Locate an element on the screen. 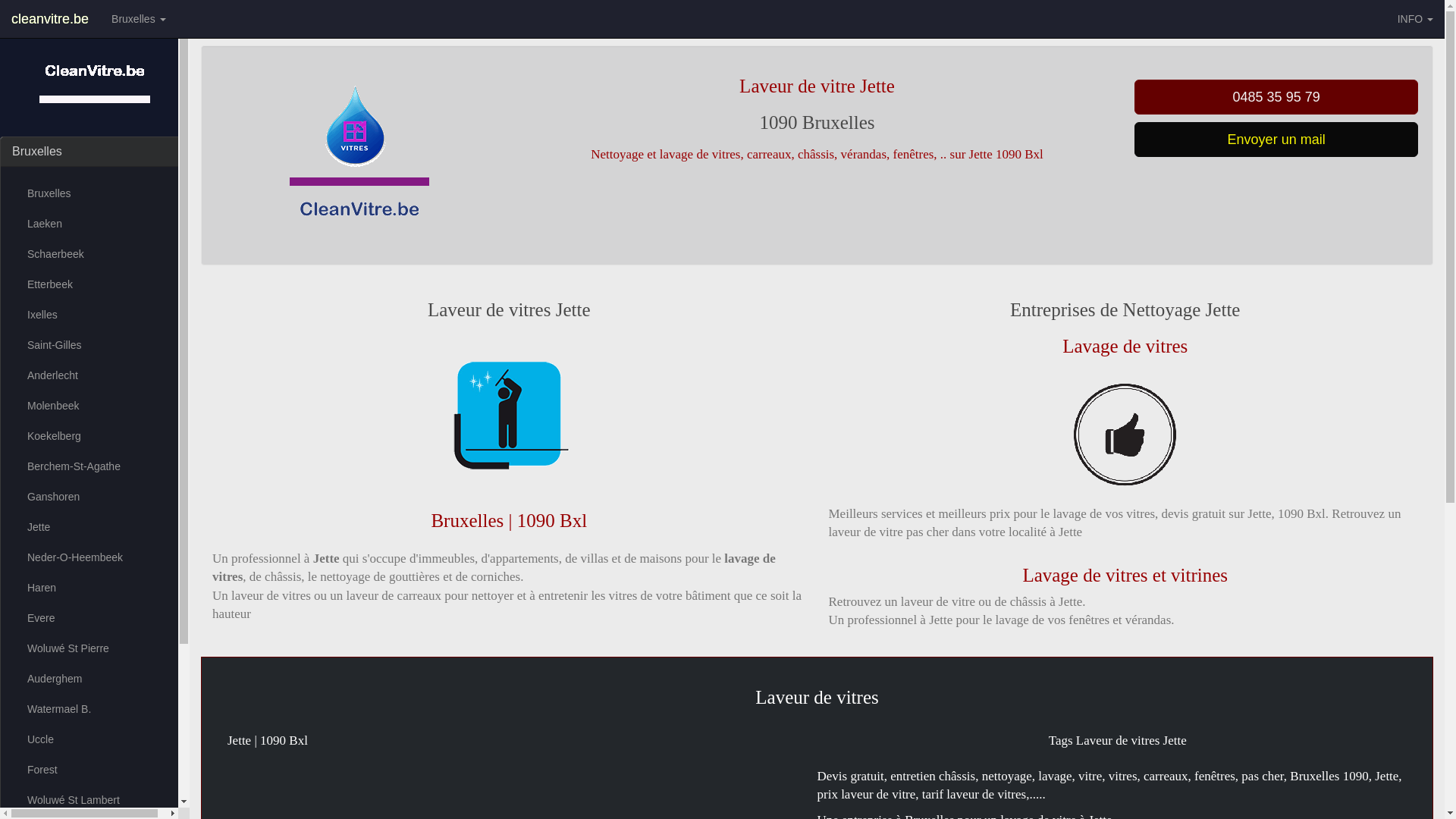 The height and width of the screenshot is (819, 1456). 'Envoyer un mail' is located at coordinates (1276, 140).